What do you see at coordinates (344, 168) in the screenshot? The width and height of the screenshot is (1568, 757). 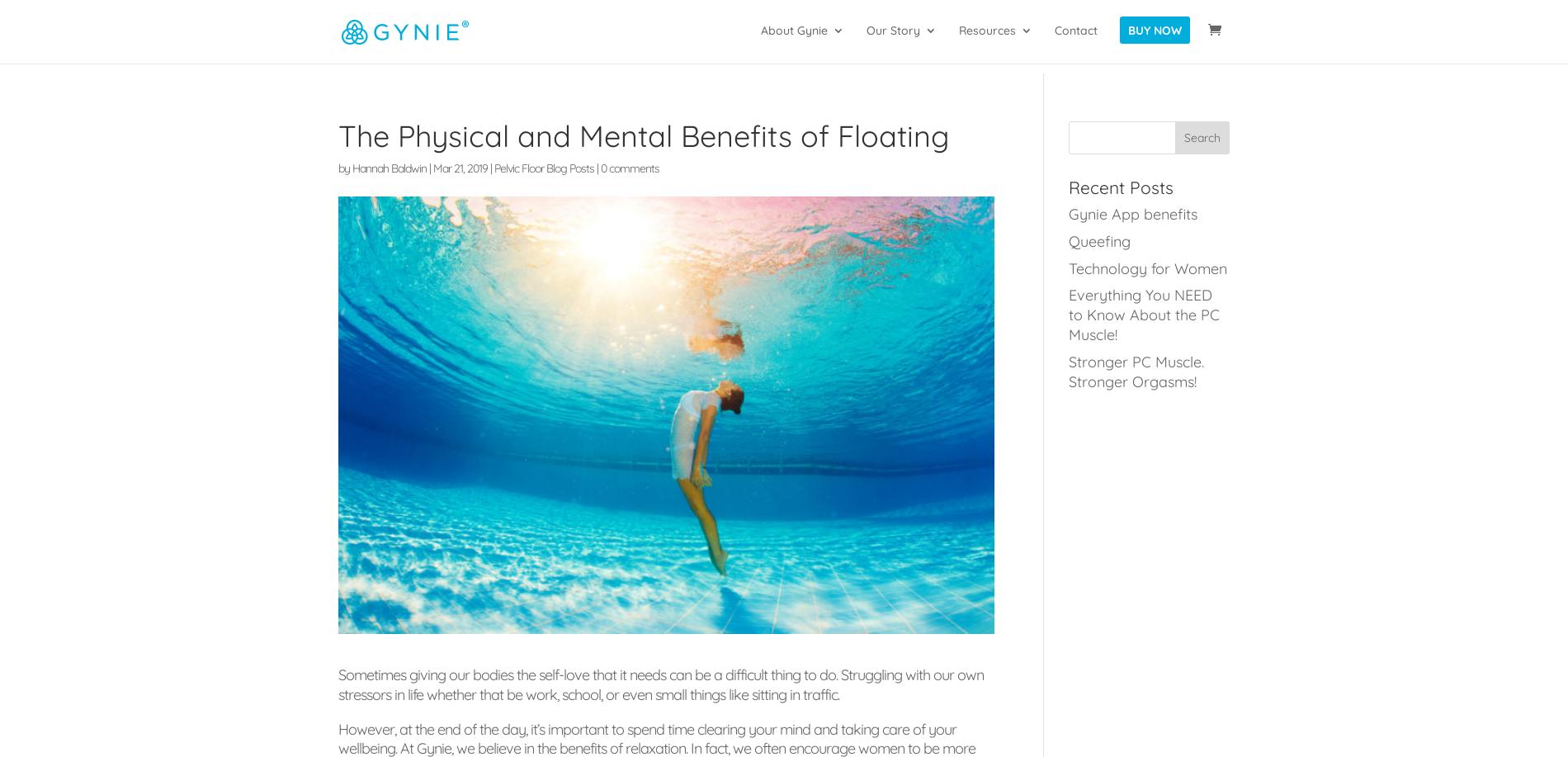 I see `'by'` at bounding box center [344, 168].